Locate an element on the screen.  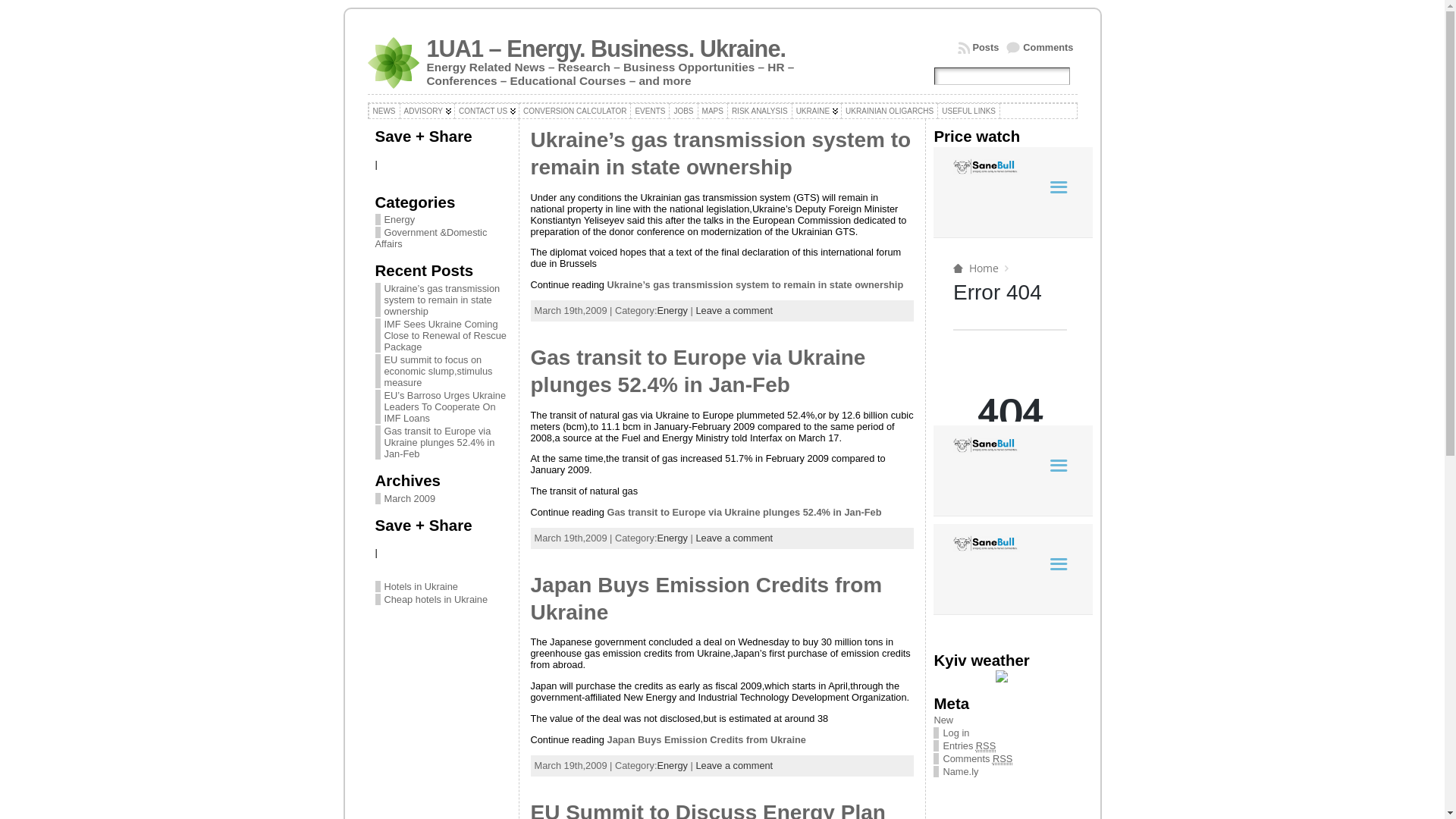
'ADVISORY' is located at coordinates (425, 110).